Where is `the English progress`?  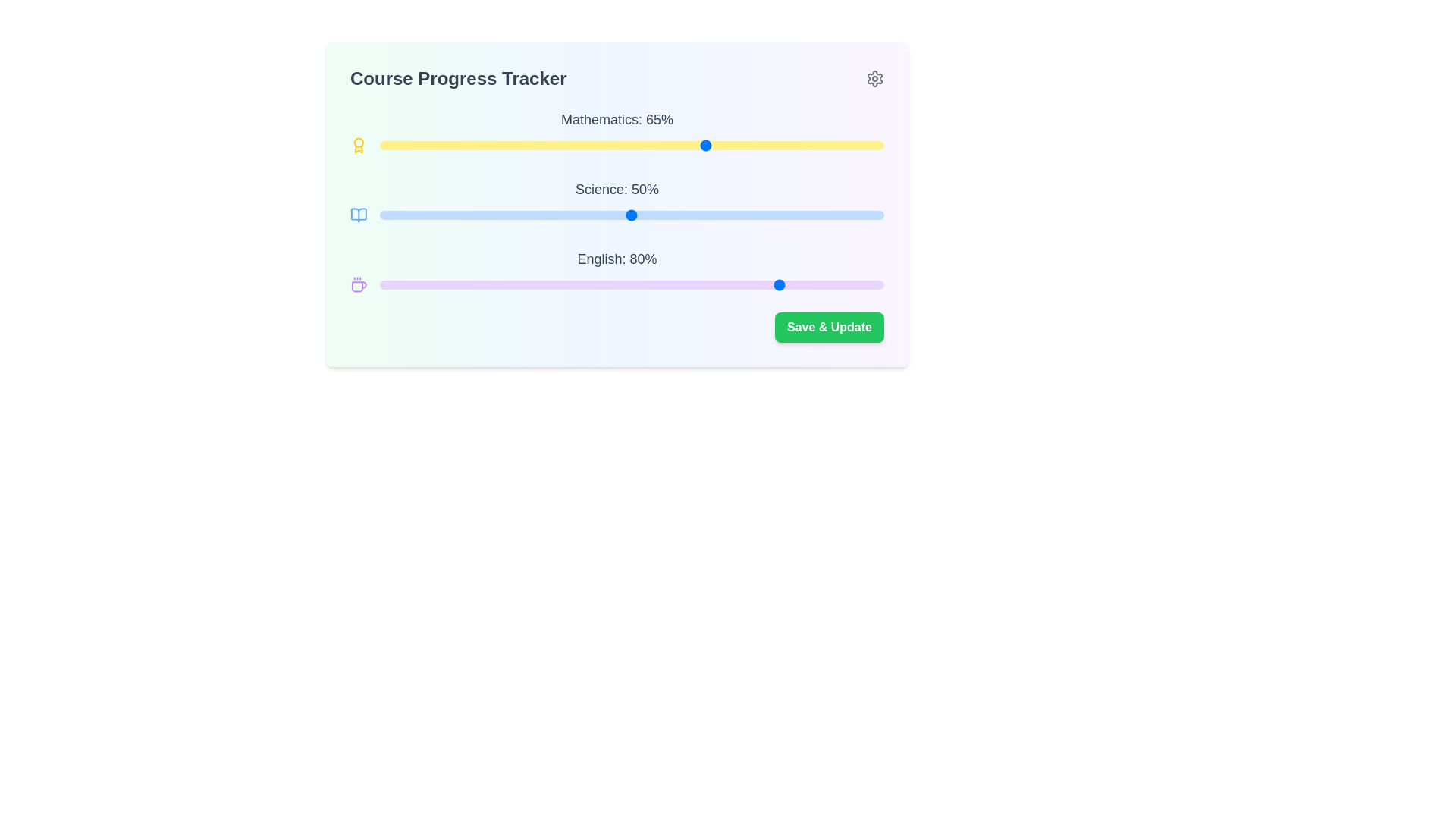 the English progress is located at coordinates (817, 284).